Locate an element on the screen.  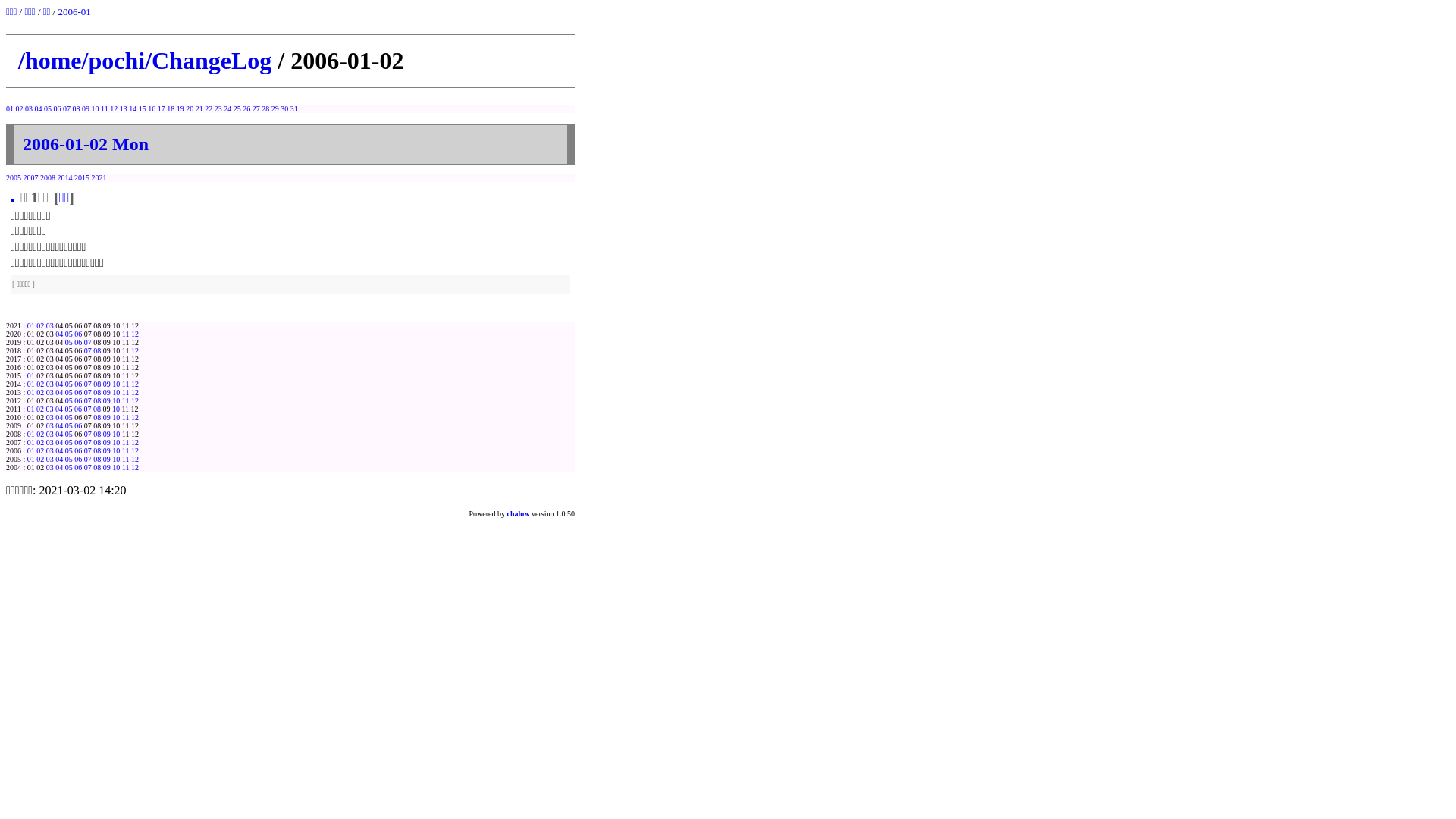
'12' is located at coordinates (134, 442).